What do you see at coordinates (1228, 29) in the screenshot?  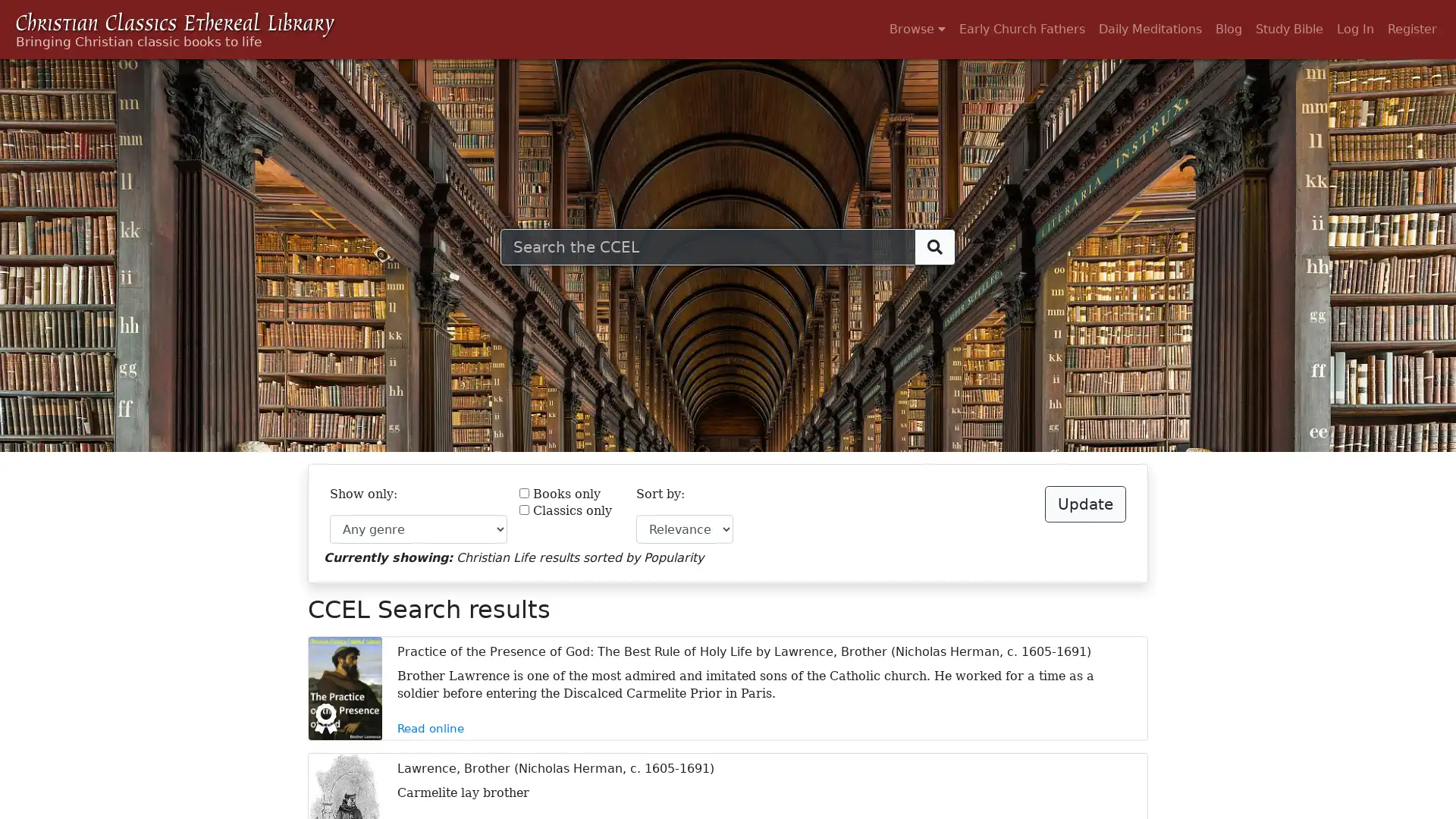 I see `Blog` at bounding box center [1228, 29].